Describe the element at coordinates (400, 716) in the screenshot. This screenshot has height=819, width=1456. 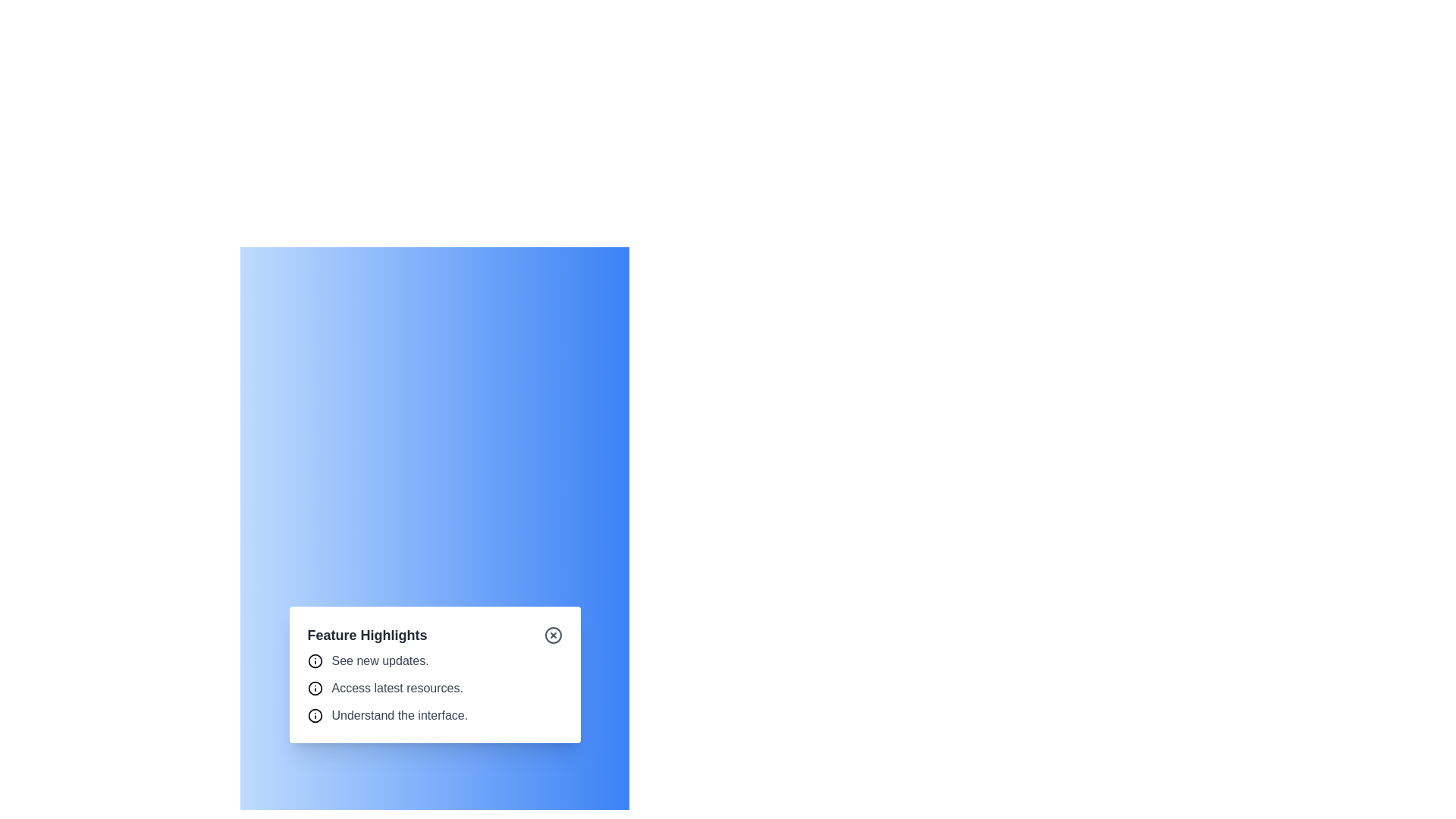
I see `the text label that reads 'Understand the interface.' which is the third item under the heading 'Feature Highlights.'` at that location.